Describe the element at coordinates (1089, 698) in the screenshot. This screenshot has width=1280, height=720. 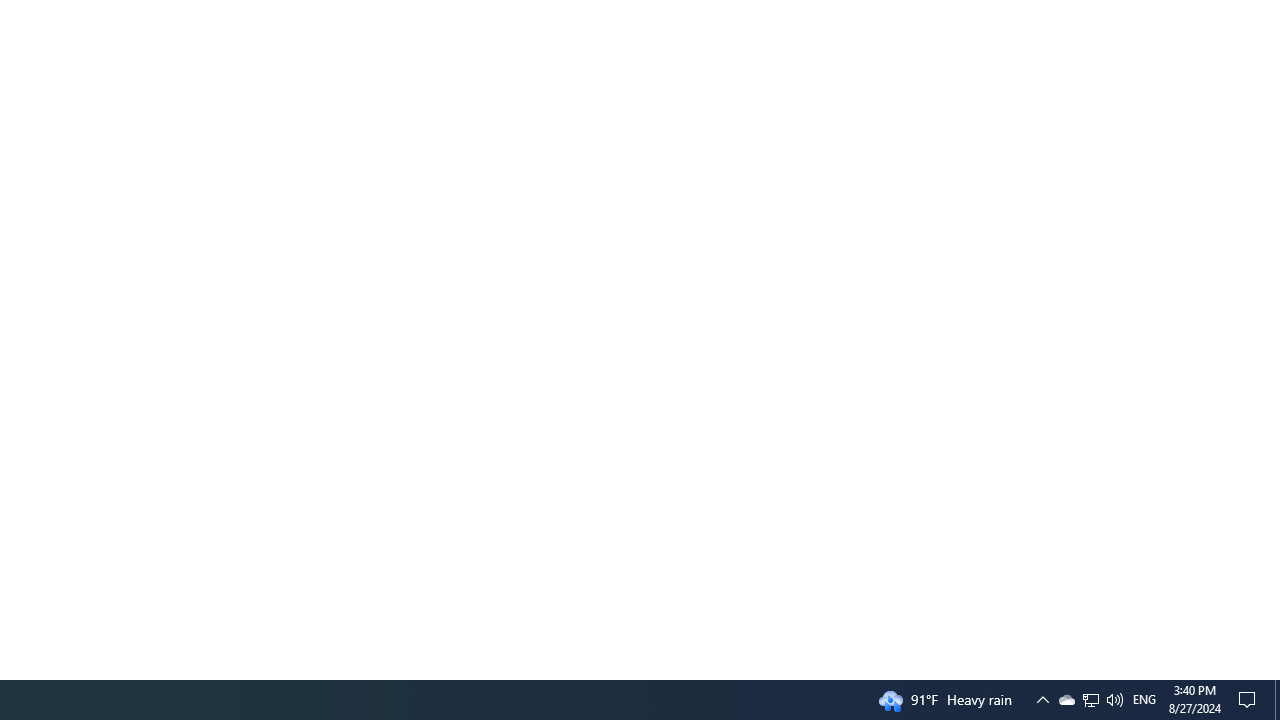
I see `'User Promoted Notification Area'` at that location.